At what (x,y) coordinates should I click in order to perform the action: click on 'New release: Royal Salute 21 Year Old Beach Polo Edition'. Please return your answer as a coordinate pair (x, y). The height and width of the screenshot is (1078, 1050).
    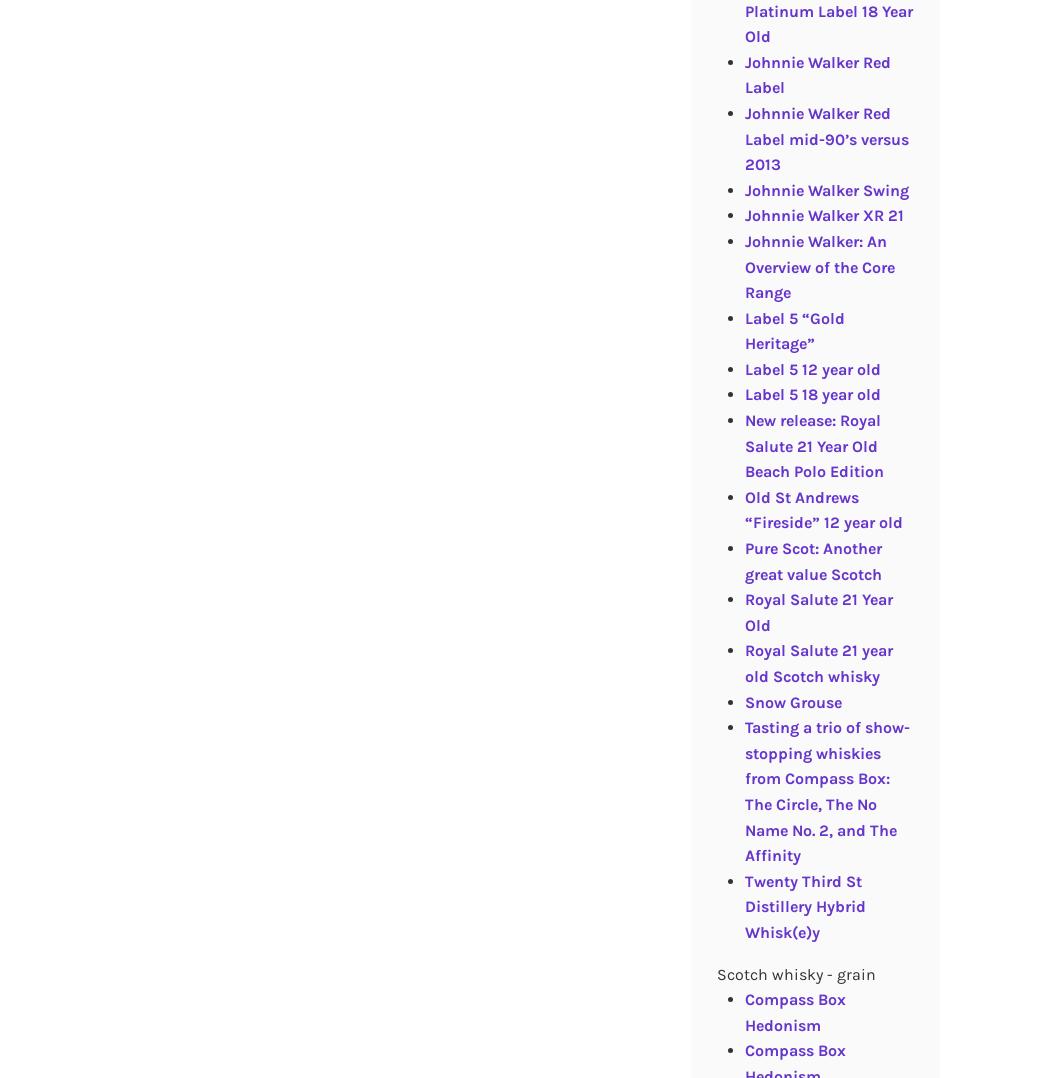
    Looking at the image, I should click on (812, 445).